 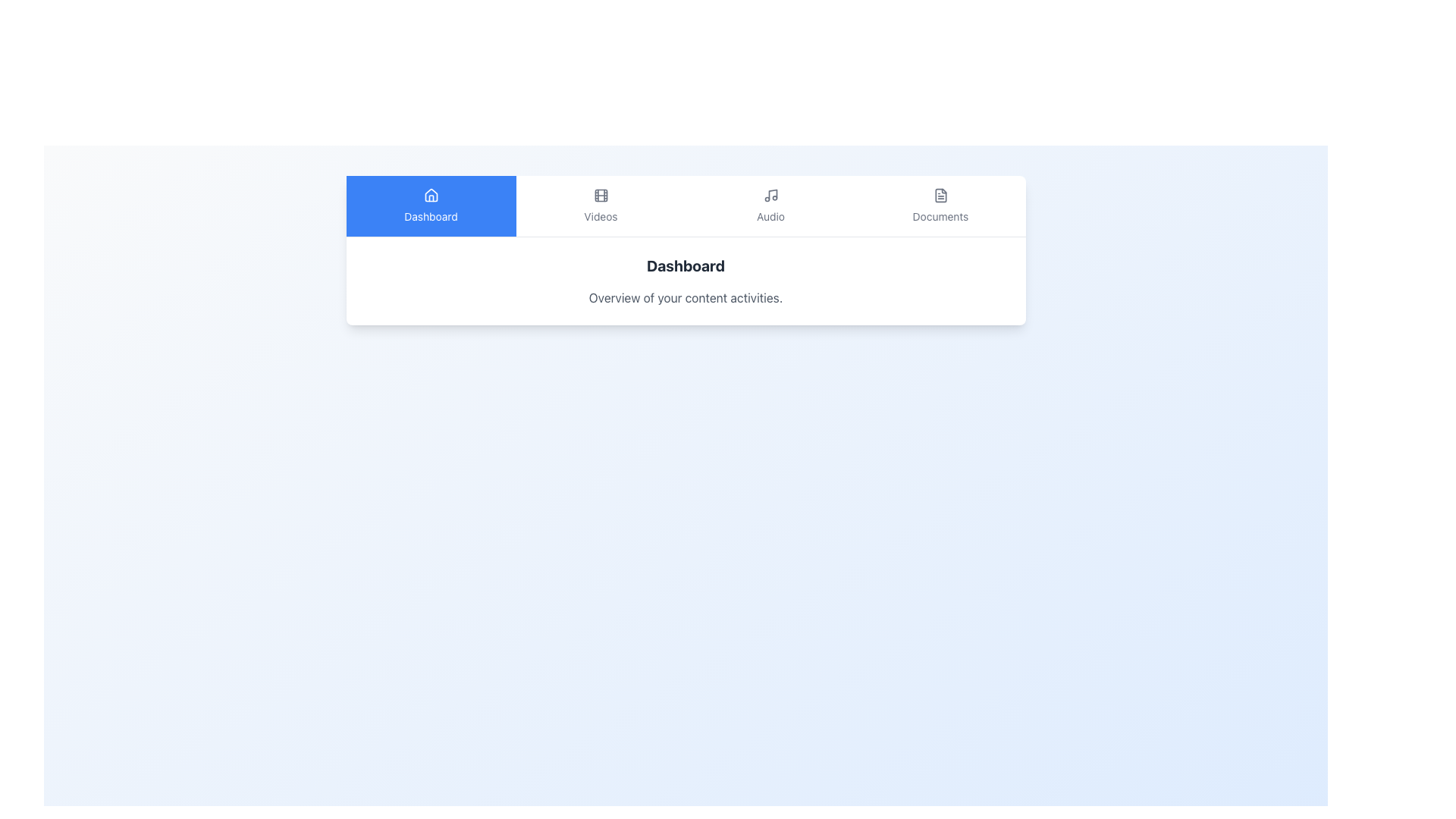 I want to click on the 'Documents' button in the navigation bar to change its color from gray to blue, so click(x=940, y=206).